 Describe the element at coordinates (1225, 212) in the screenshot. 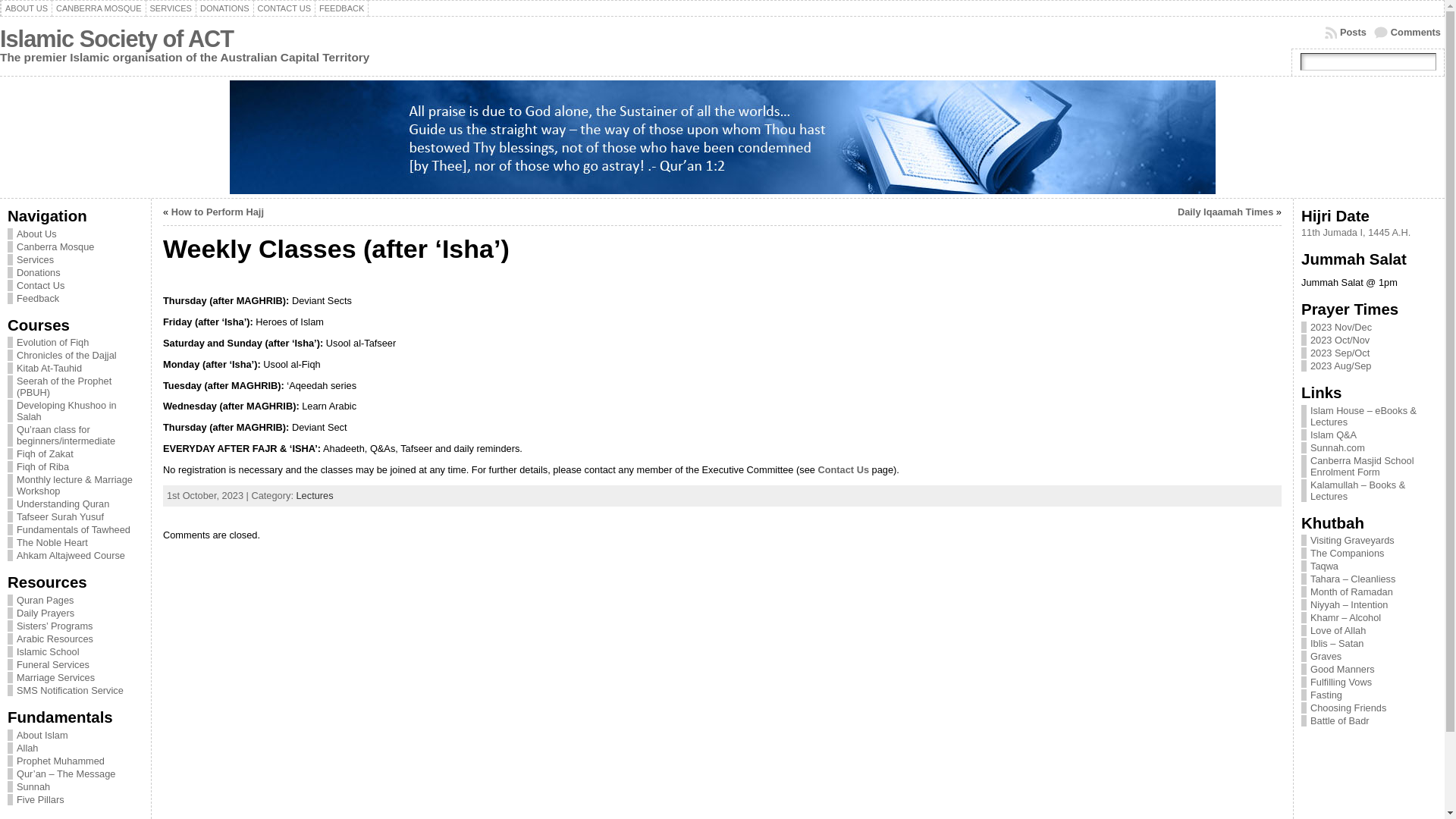

I see `'Daily Iqaamah Times'` at that location.